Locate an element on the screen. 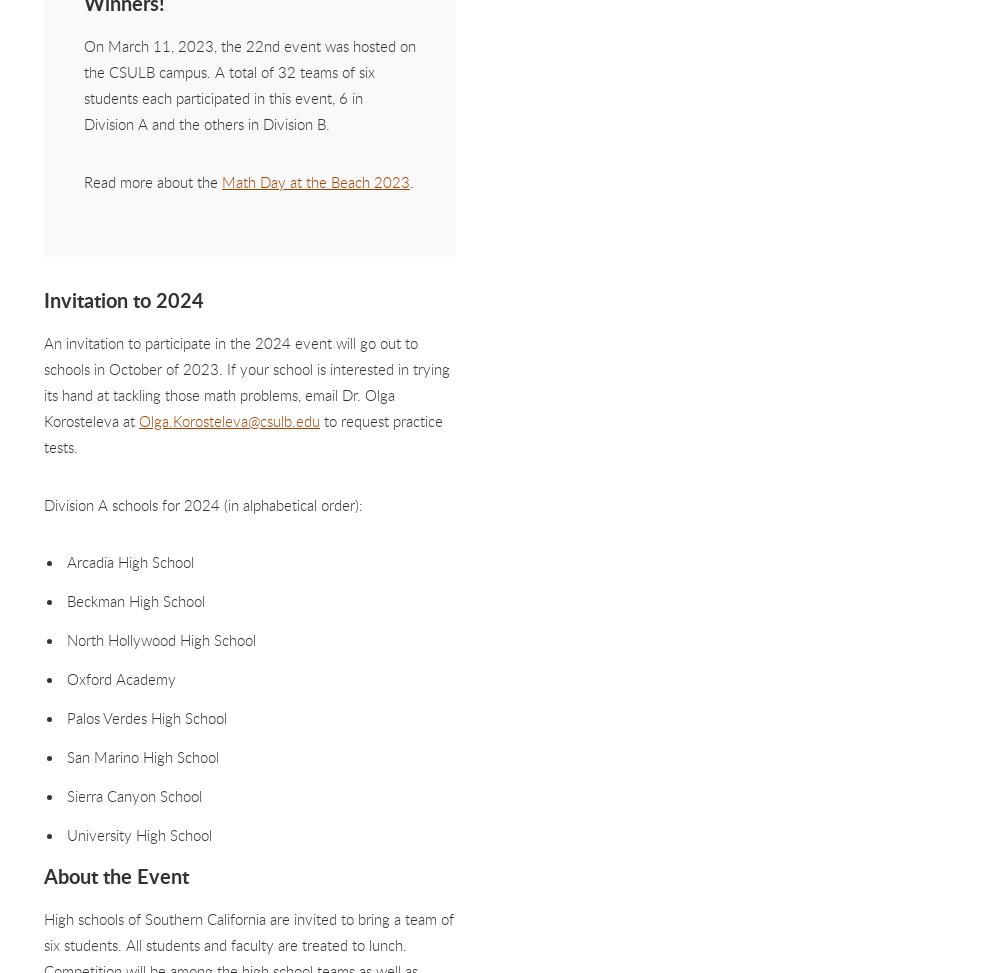 The width and height of the screenshot is (1000, 973). 'Palos Verdes High School' is located at coordinates (147, 717).